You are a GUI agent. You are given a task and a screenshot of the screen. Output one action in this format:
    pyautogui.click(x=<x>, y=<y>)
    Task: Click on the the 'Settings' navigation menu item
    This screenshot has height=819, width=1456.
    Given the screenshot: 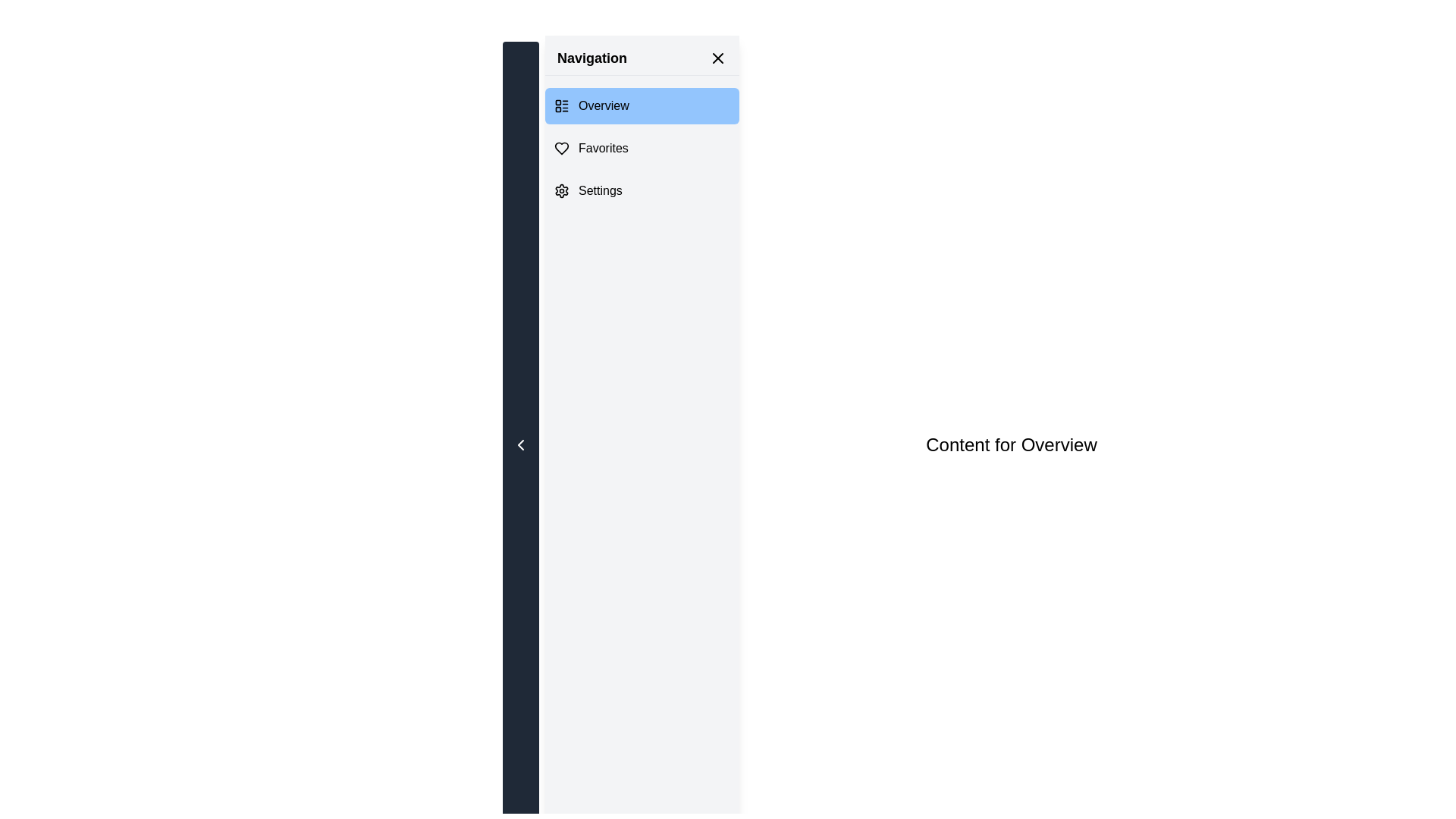 What is the action you would take?
    pyautogui.click(x=642, y=190)
    